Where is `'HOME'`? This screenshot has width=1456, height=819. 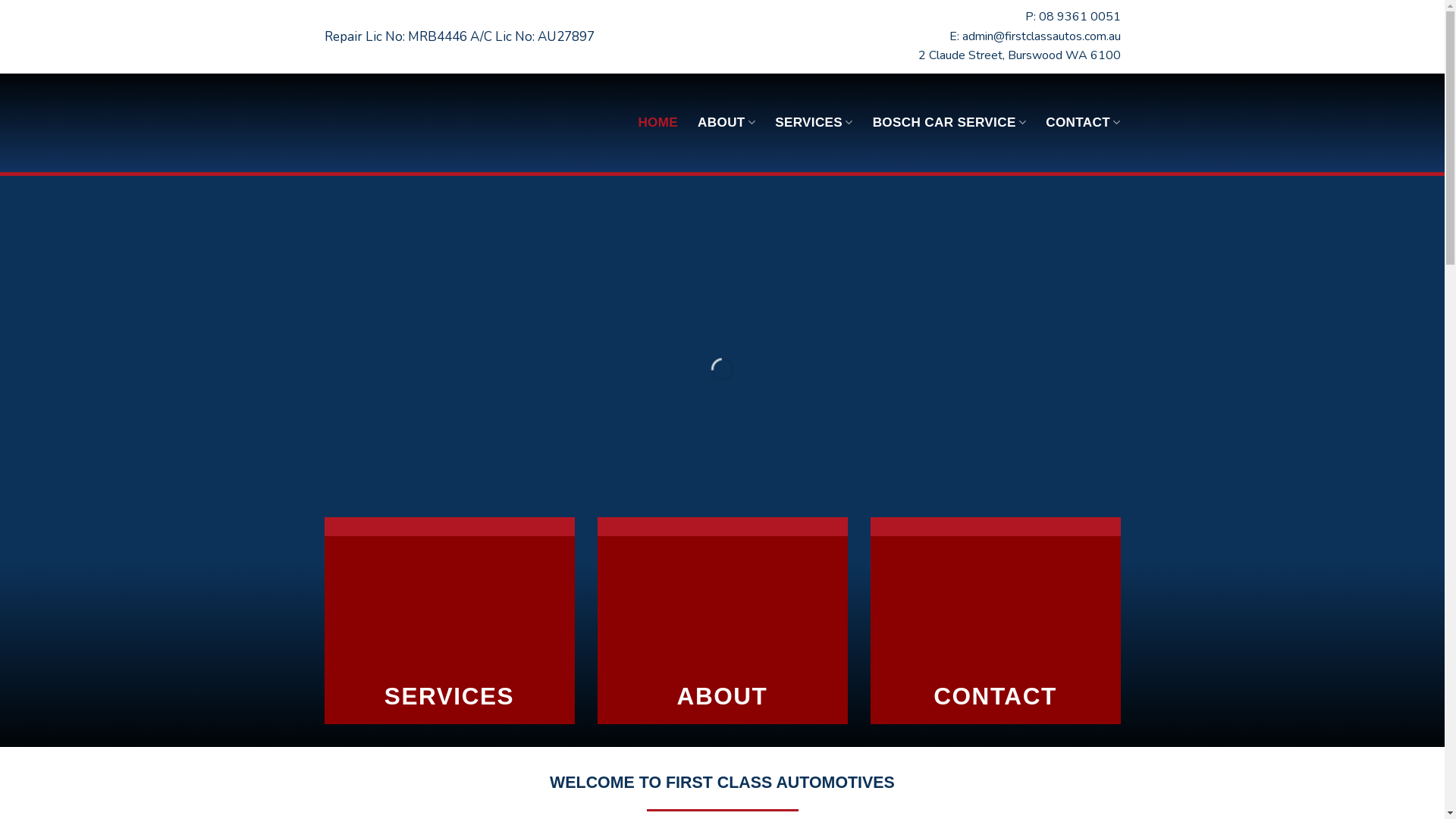 'HOME' is located at coordinates (657, 122).